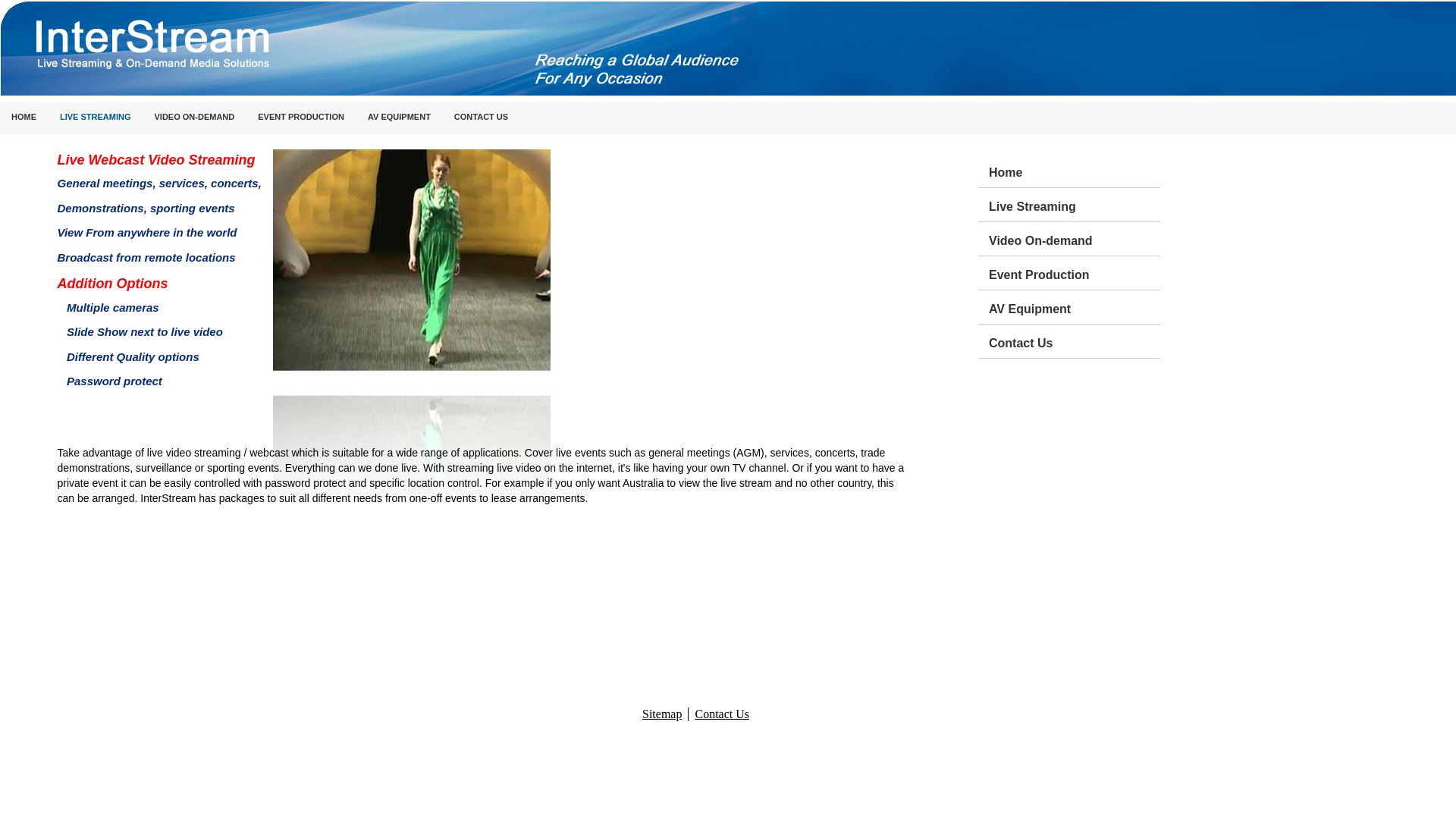 This screenshot has height=819, width=1456. Describe the element at coordinates (356, 117) in the screenshot. I see `'AV EQUIPMENT'` at that location.